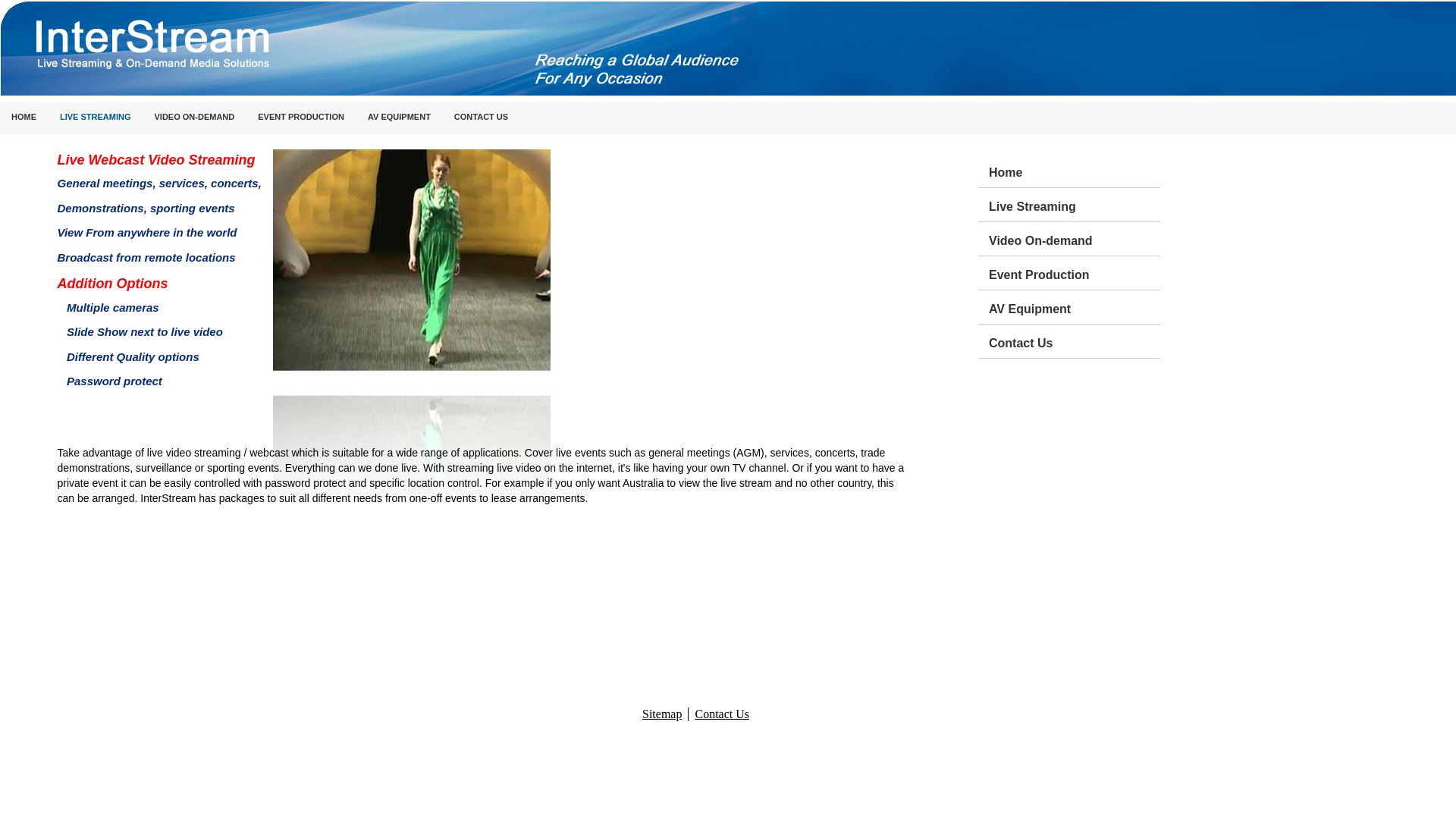 This screenshot has height=819, width=1456. Describe the element at coordinates (356, 117) in the screenshot. I see `'AV EQUIPMENT'` at that location.